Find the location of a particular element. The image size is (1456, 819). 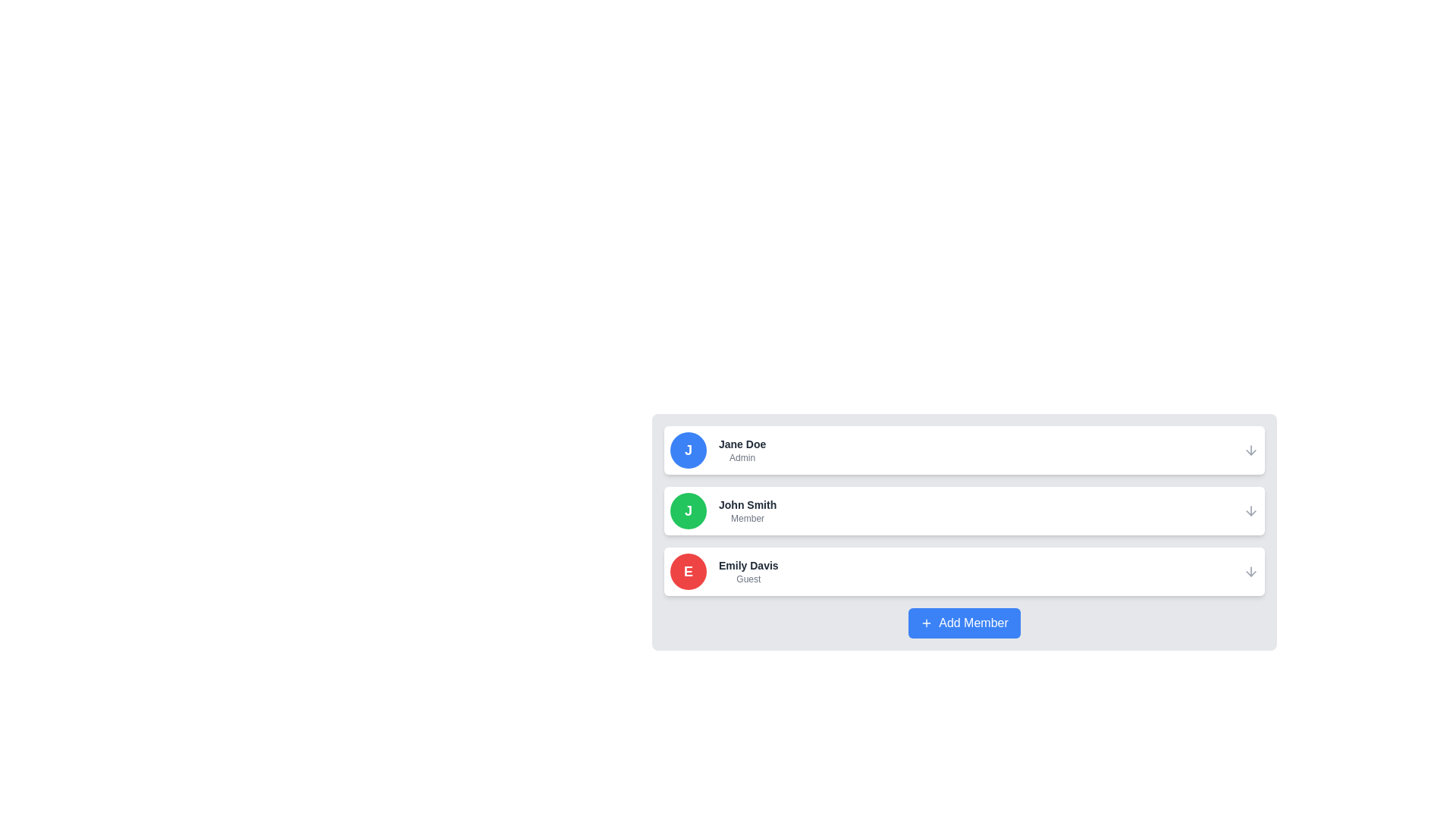

the user information card displaying the user's name and role, which is the first card in a vertical list of user cards is located at coordinates (964, 450).